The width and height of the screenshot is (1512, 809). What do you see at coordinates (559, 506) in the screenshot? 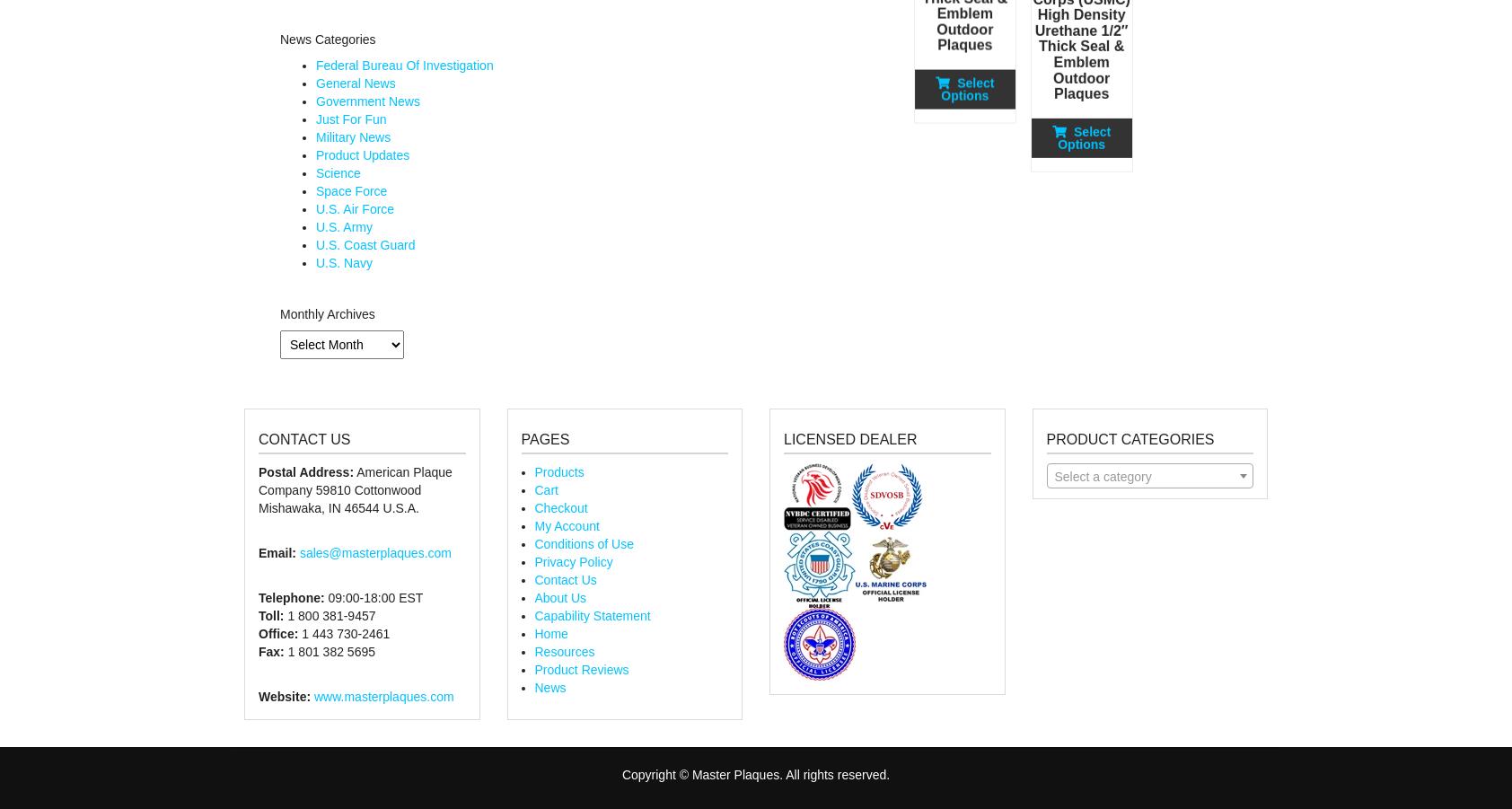
I see `'Checkout'` at bounding box center [559, 506].